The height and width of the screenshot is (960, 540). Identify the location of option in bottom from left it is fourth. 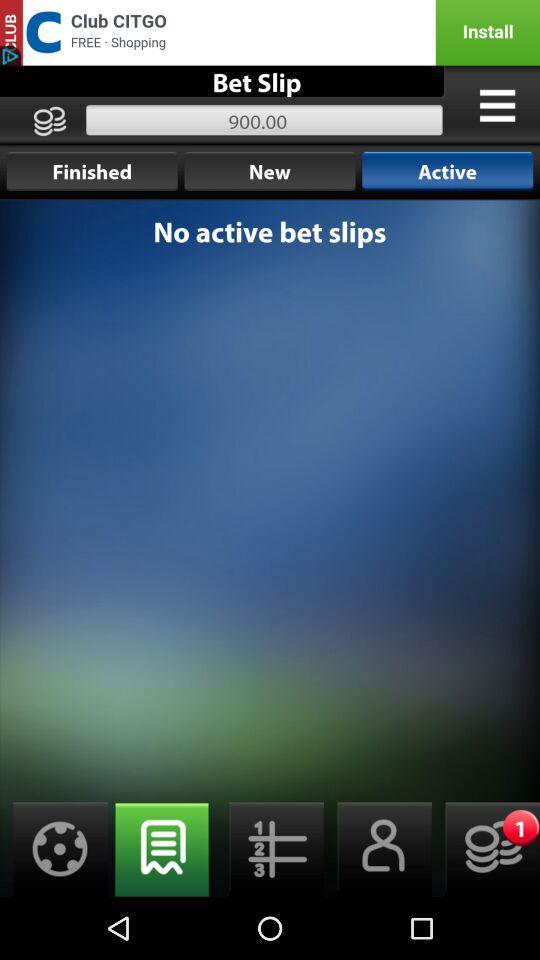
(378, 848).